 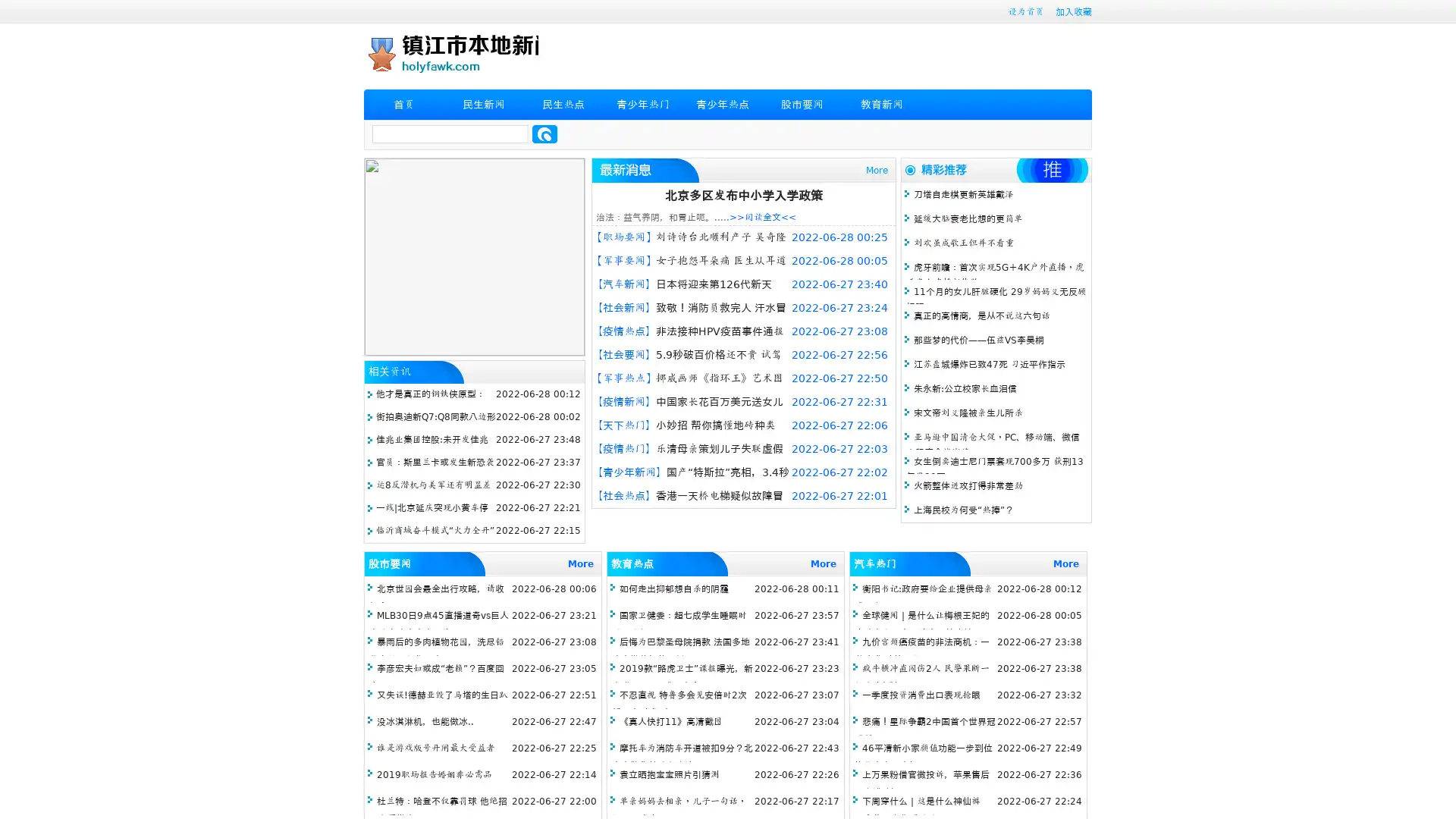 What do you see at coordinates (544, 133) in the screenshot?
I see `Search` at bounding box center [544, 133].